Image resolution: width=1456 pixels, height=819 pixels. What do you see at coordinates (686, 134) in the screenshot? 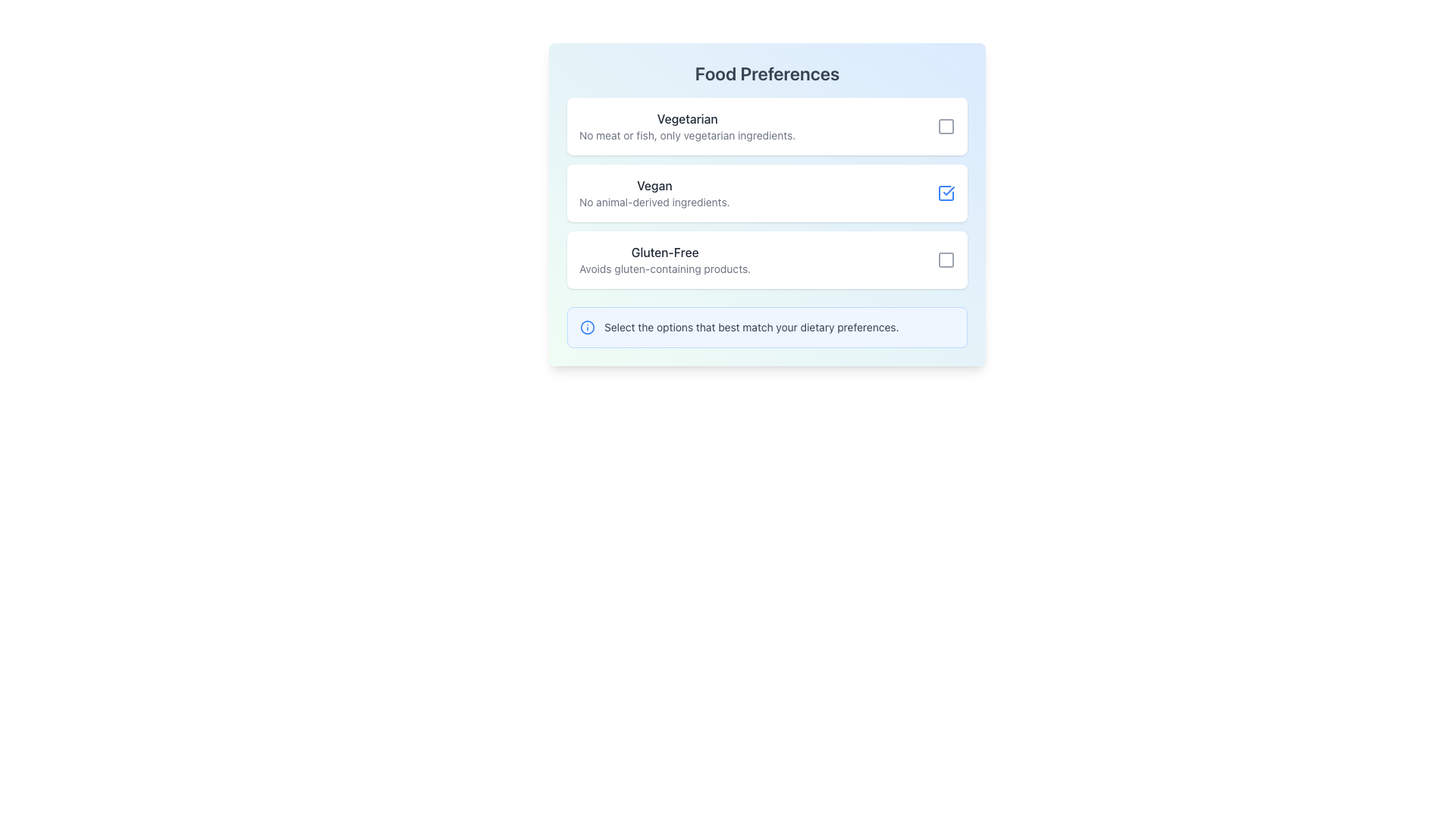
I see `descriptive text label located directly below the 'Vegetarian' label within the card layout at the top of the 'Food Preferences' list` at bounding box center [686, 134].